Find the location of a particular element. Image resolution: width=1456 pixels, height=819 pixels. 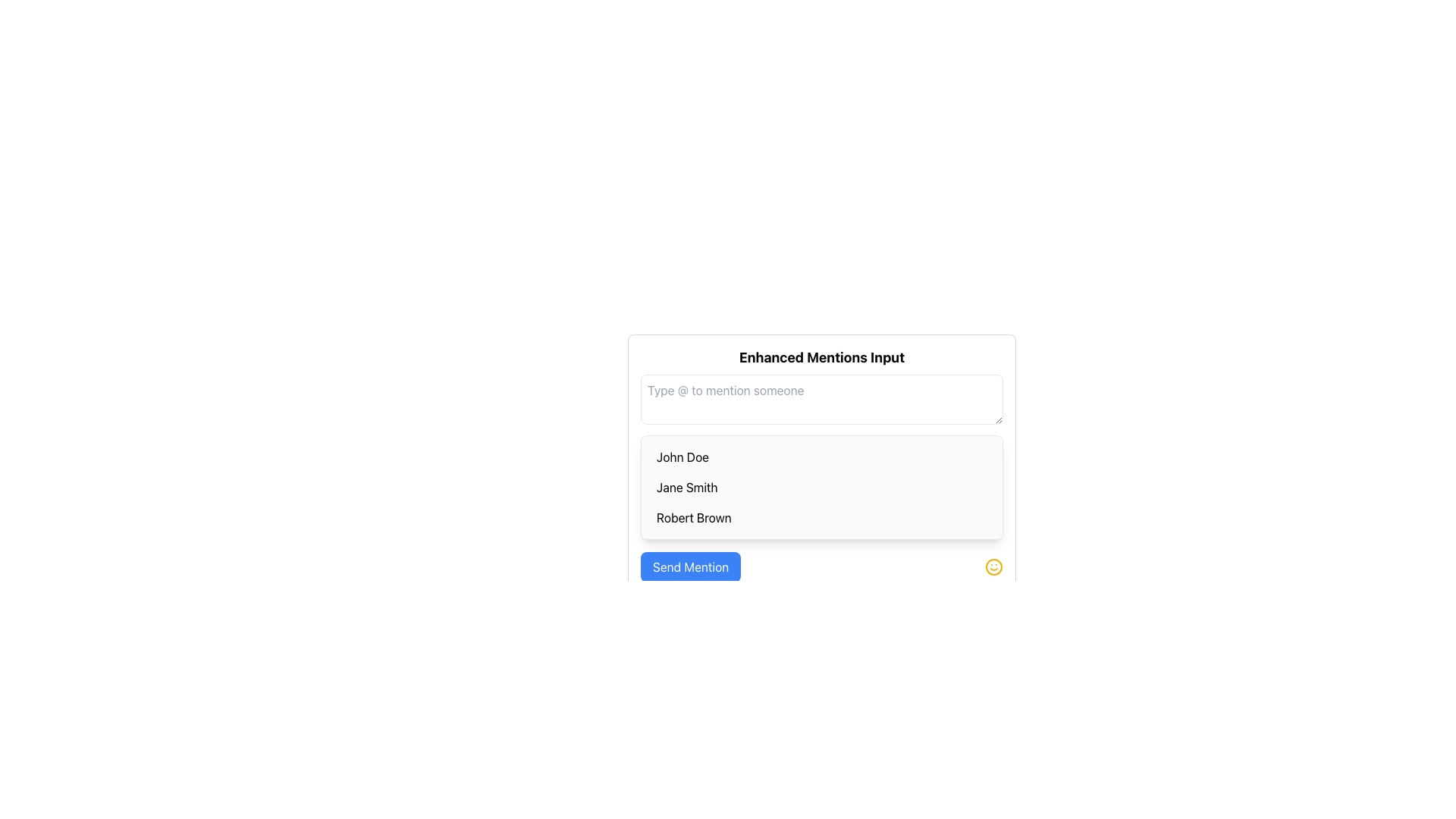

the bold text label reading 'Enhanced Mentions Input' located at the top of the user input section is located at coordinates (821, 357).